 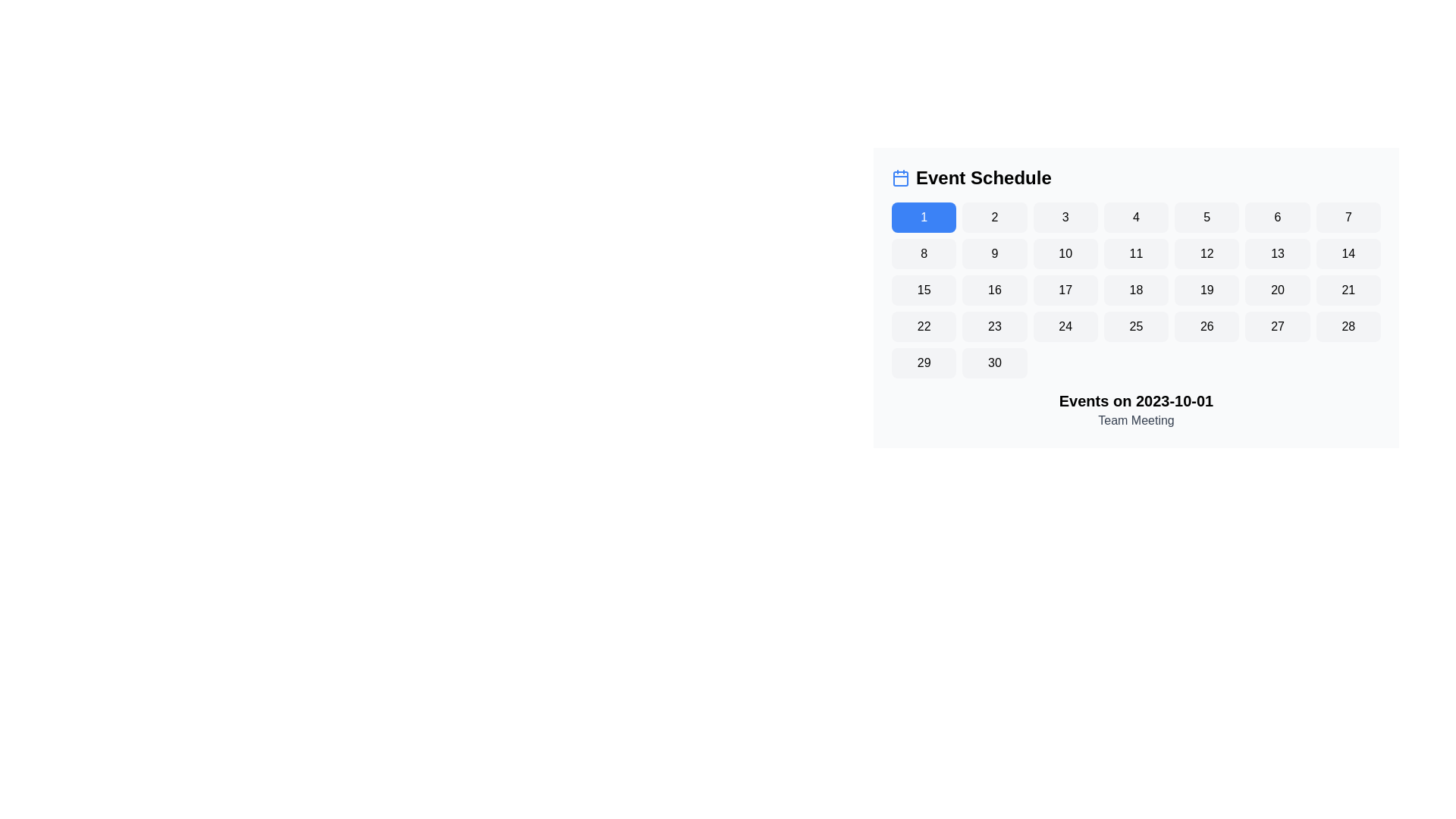 I want to click on the selectable day '24' button in the calendar view, so click(x=1065, y=326).